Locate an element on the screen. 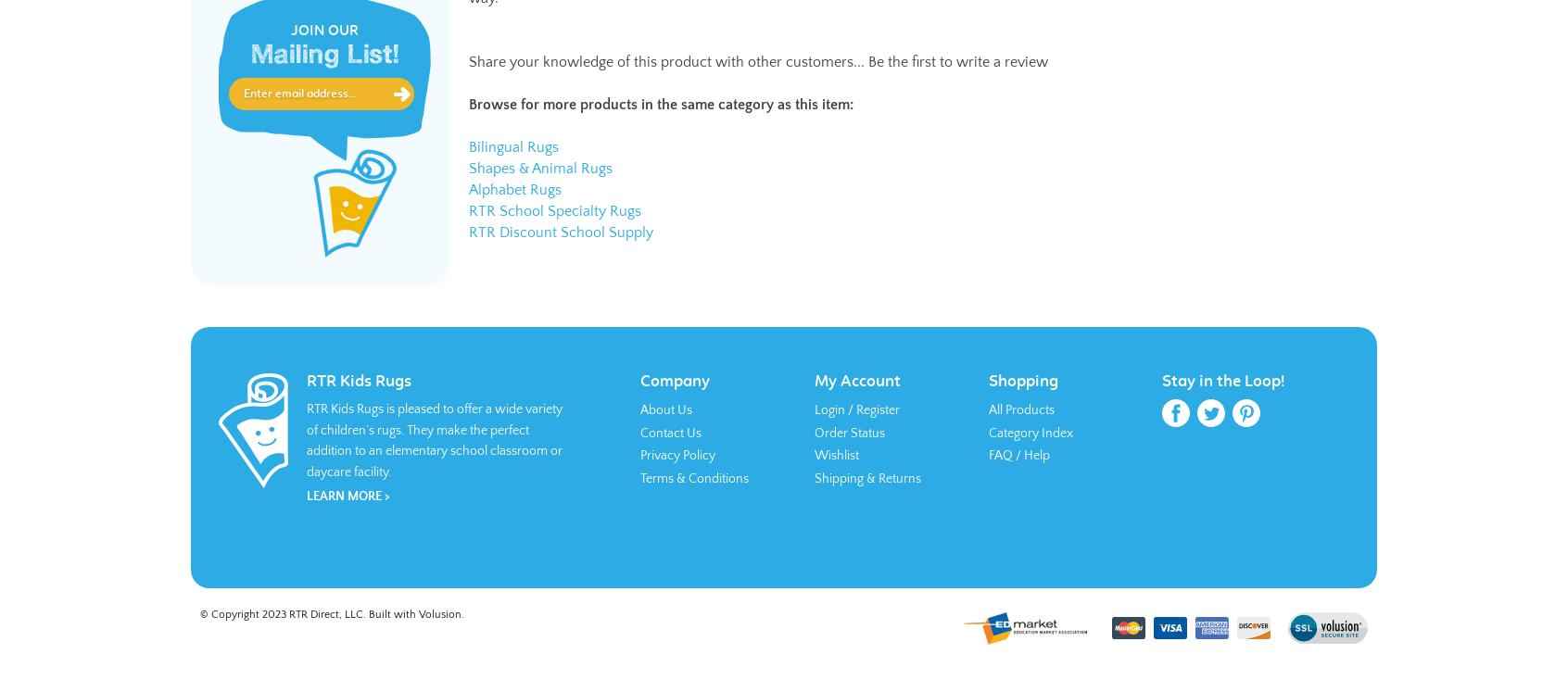 The width and height of the screenshot is (1568, 692). '/' is located at coordinates (851, 409).